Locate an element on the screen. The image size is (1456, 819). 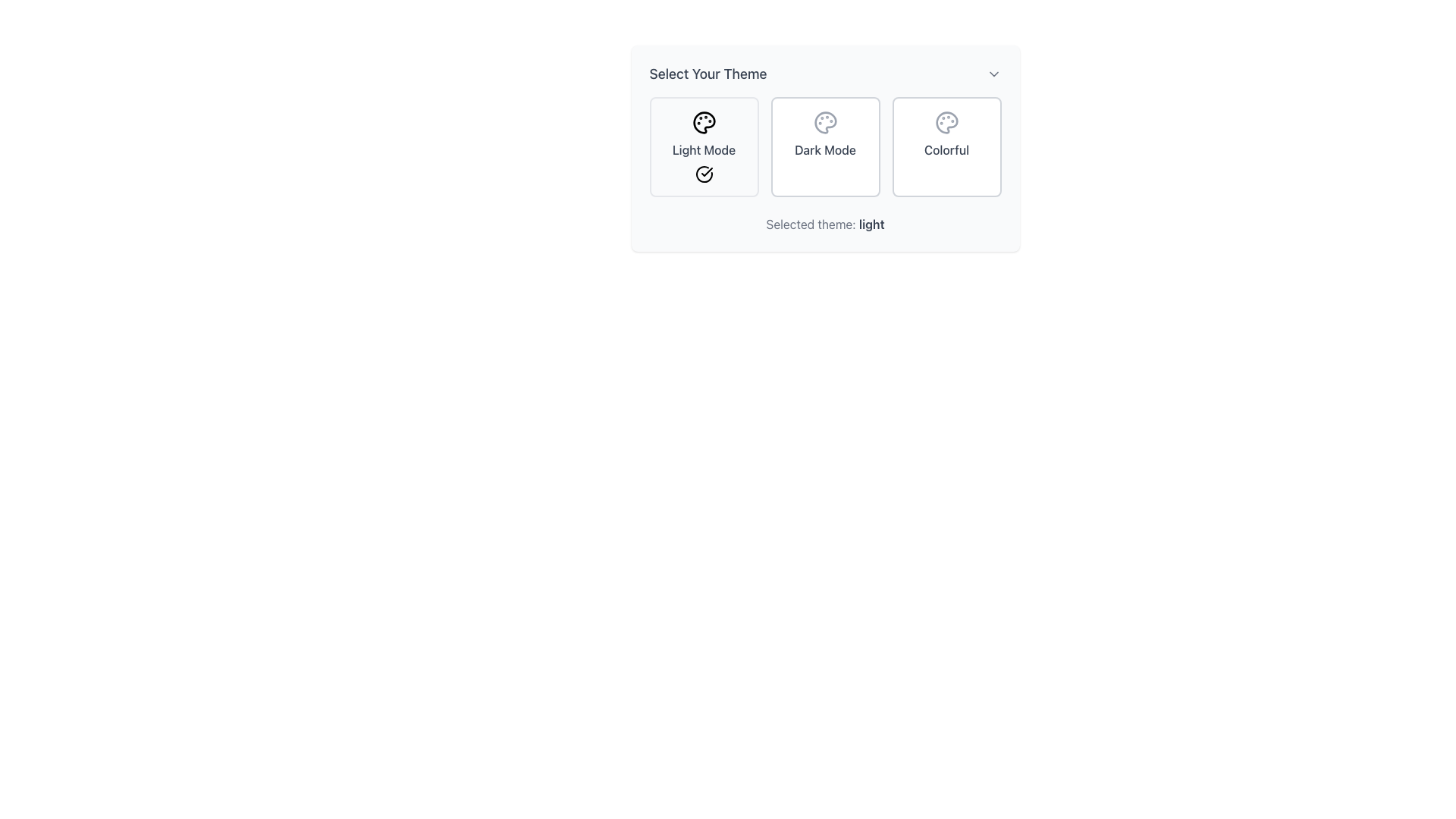
the text label that describes the 'Light Mode' theme option, located at the bottom-center of the 'Light Mode' option card is located at coordinates (703, 149).